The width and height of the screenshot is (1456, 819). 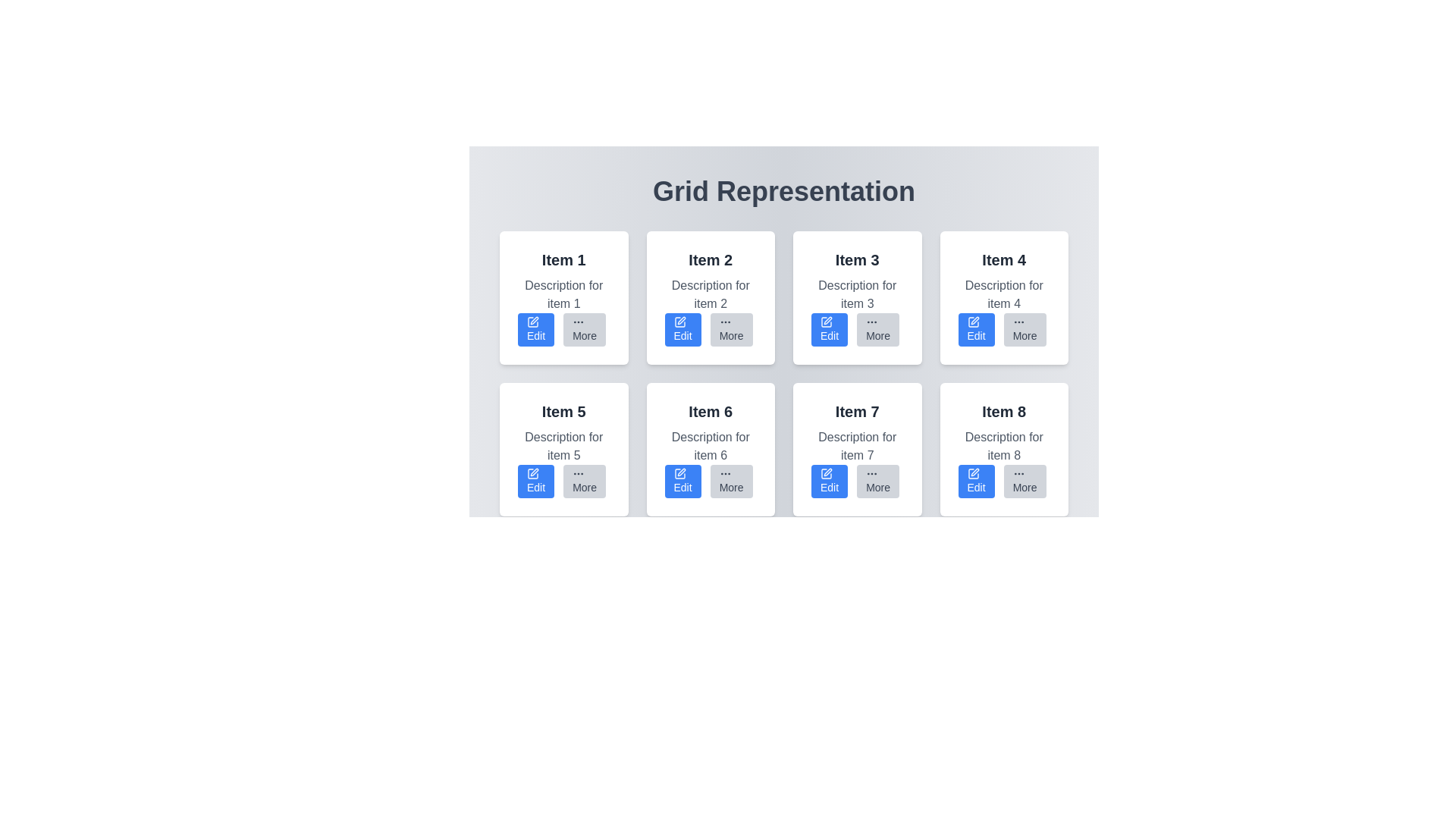 I want to click on the vertical ellipsis icon on the 'More' button located in the sixth card of the grid layout, so click(x=578, y=472).